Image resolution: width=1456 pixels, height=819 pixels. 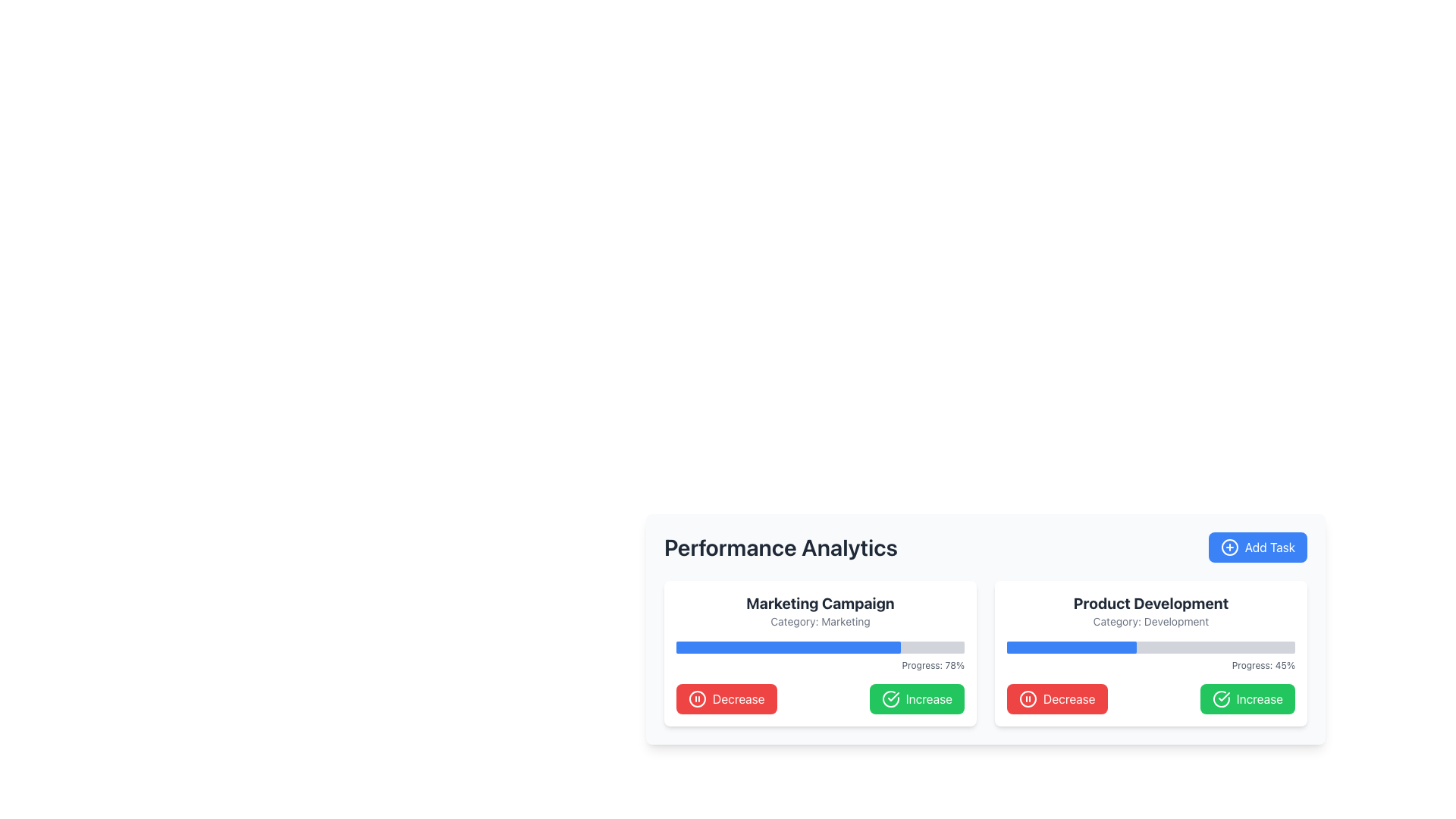 I want to click on the blue 'Add Task' button with a white label and plus icon located in the top-right corner of the 'Performance Analytics' toolbar, so click(x=1257, y=547).